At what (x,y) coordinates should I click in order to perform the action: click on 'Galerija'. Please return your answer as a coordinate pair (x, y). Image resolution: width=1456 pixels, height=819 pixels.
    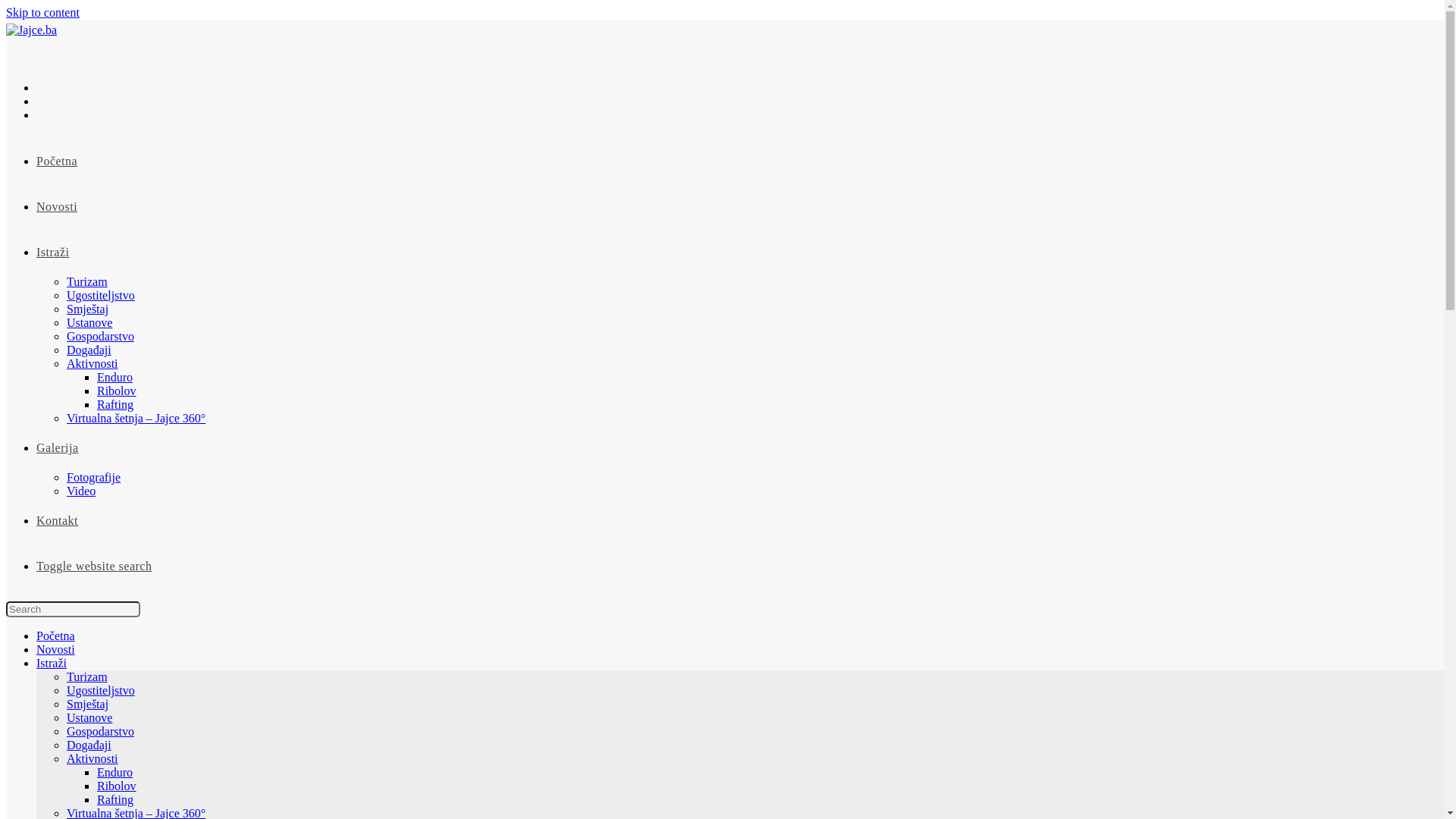
    Looking at the image, I should click on (58, 447).